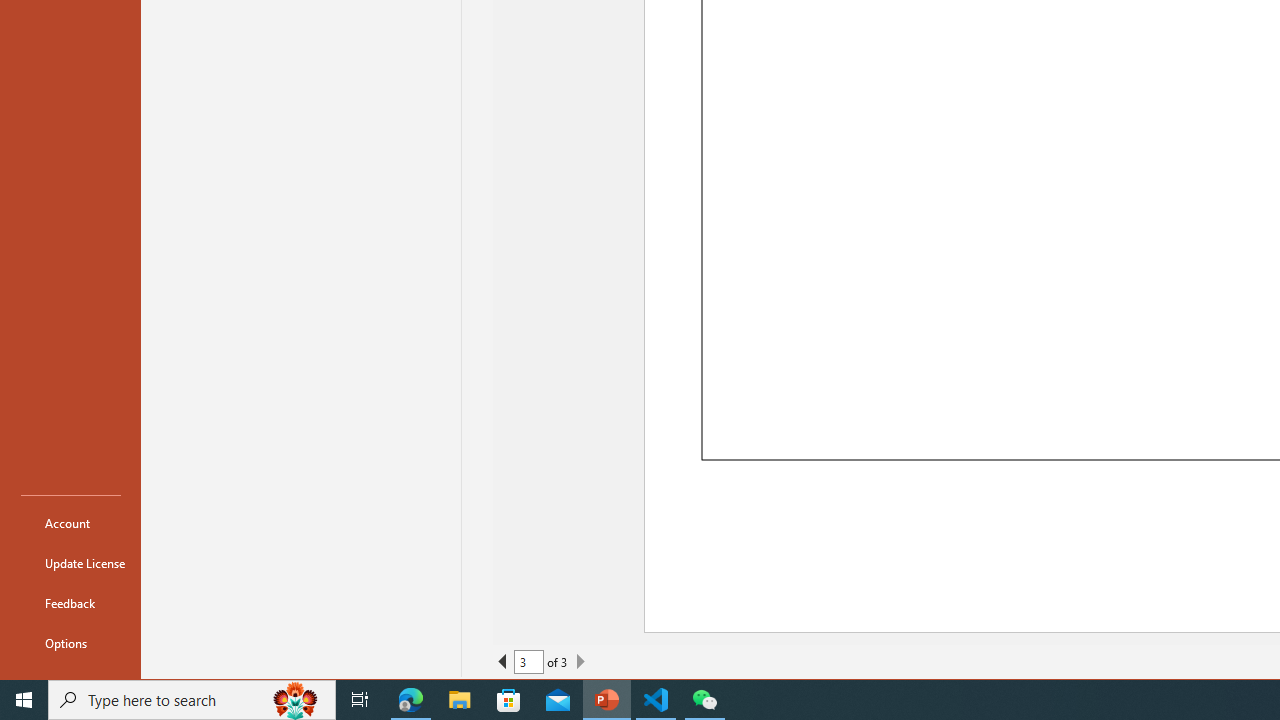 This screenshot has height=720, width=1280. What do you see at coordinates (656, 698) in the screenshot?
I see `'Visual Studio Code - 1 running window'` at bounding box center [656, 698].